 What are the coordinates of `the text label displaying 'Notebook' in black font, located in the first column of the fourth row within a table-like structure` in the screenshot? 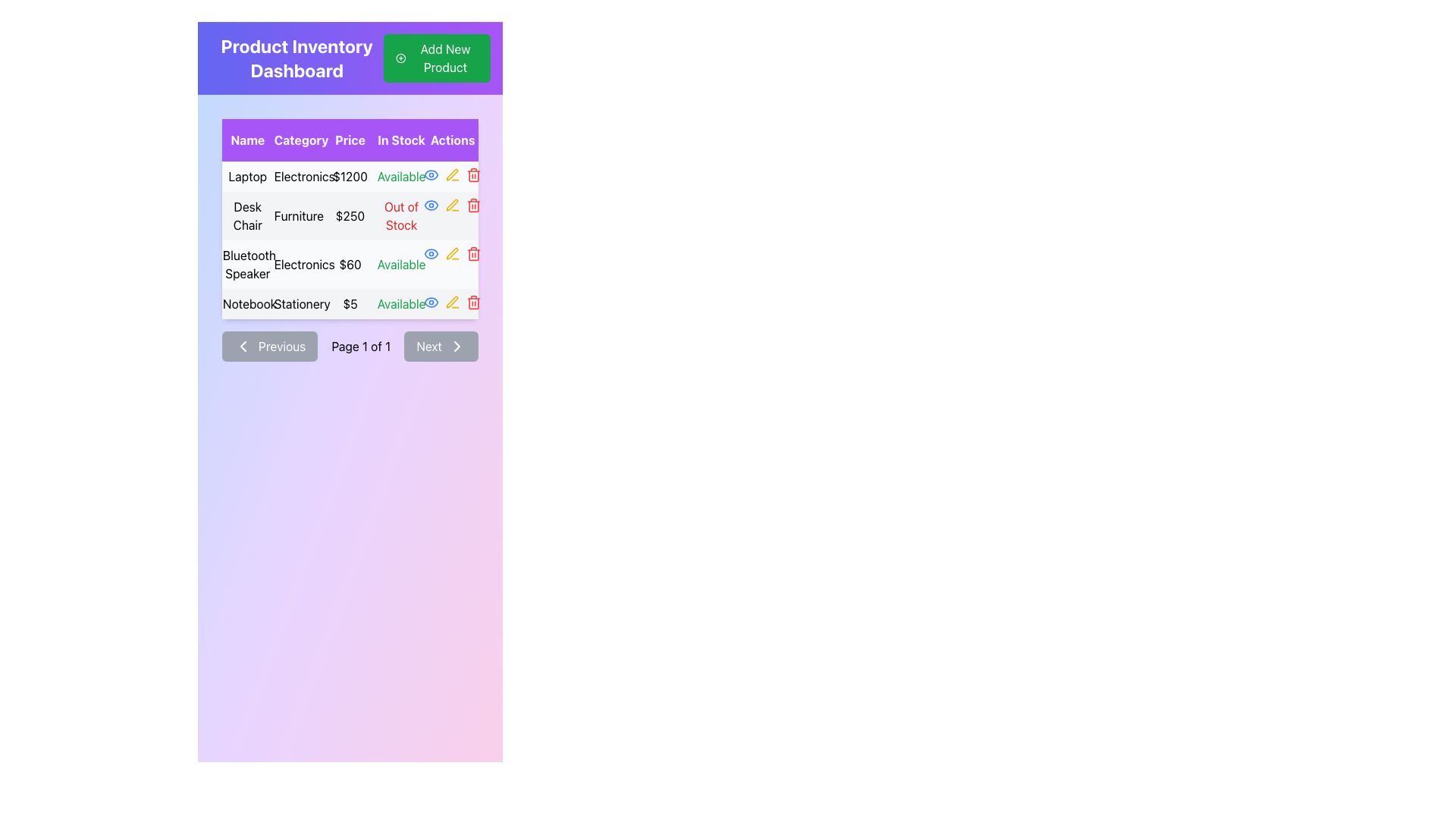 It's located at (247, 304).